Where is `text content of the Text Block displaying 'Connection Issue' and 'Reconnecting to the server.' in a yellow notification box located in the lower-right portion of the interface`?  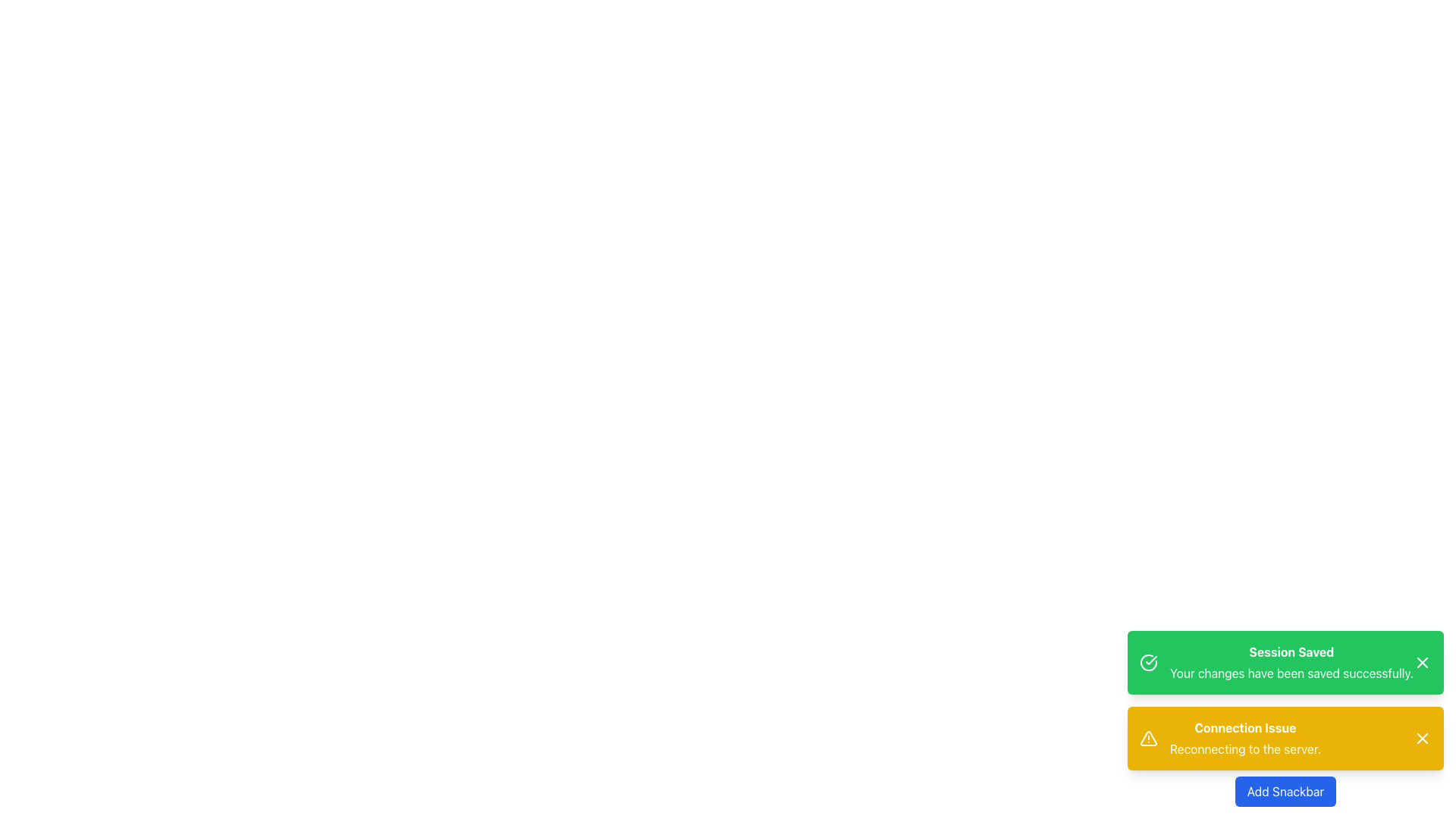
text content of the Text Block displaying 'Connection Issue' and 'Reconnecting to the server.' in a yellow notification box located in the lower-right portion of the interface is located at coordinates (1245, 738).